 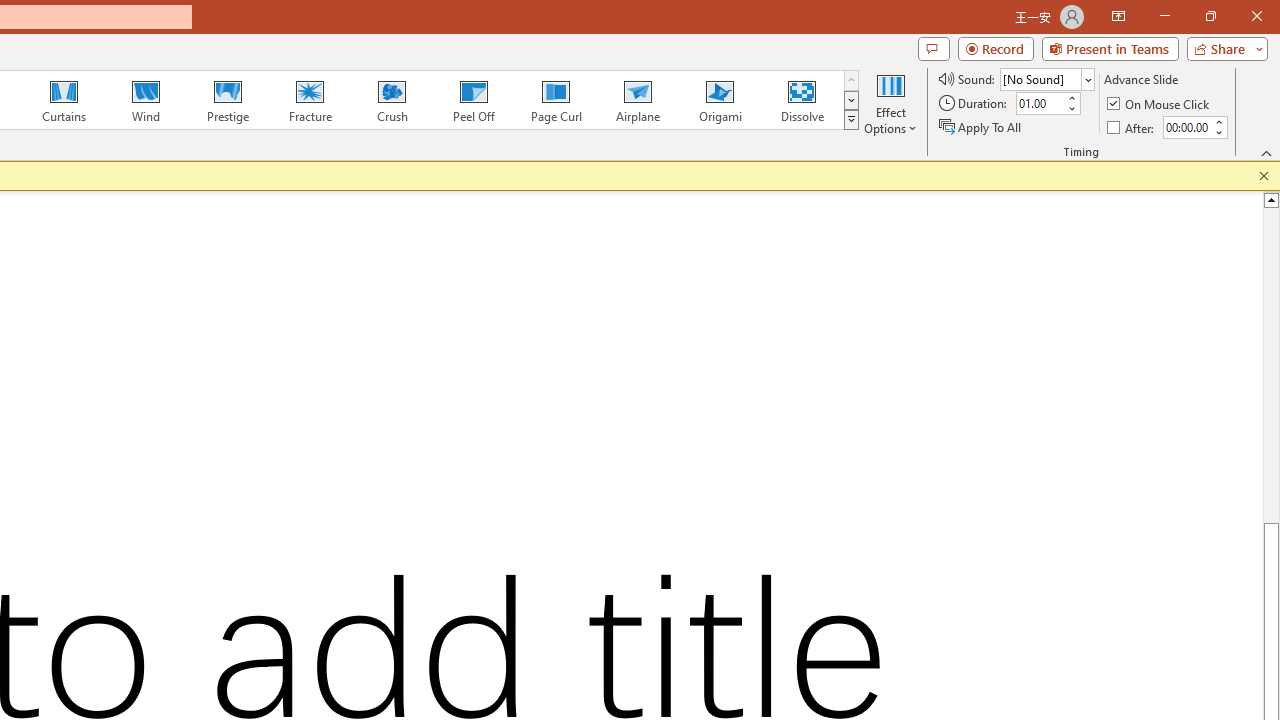 I want to click on 'Crush', so click(x=391, y=100).